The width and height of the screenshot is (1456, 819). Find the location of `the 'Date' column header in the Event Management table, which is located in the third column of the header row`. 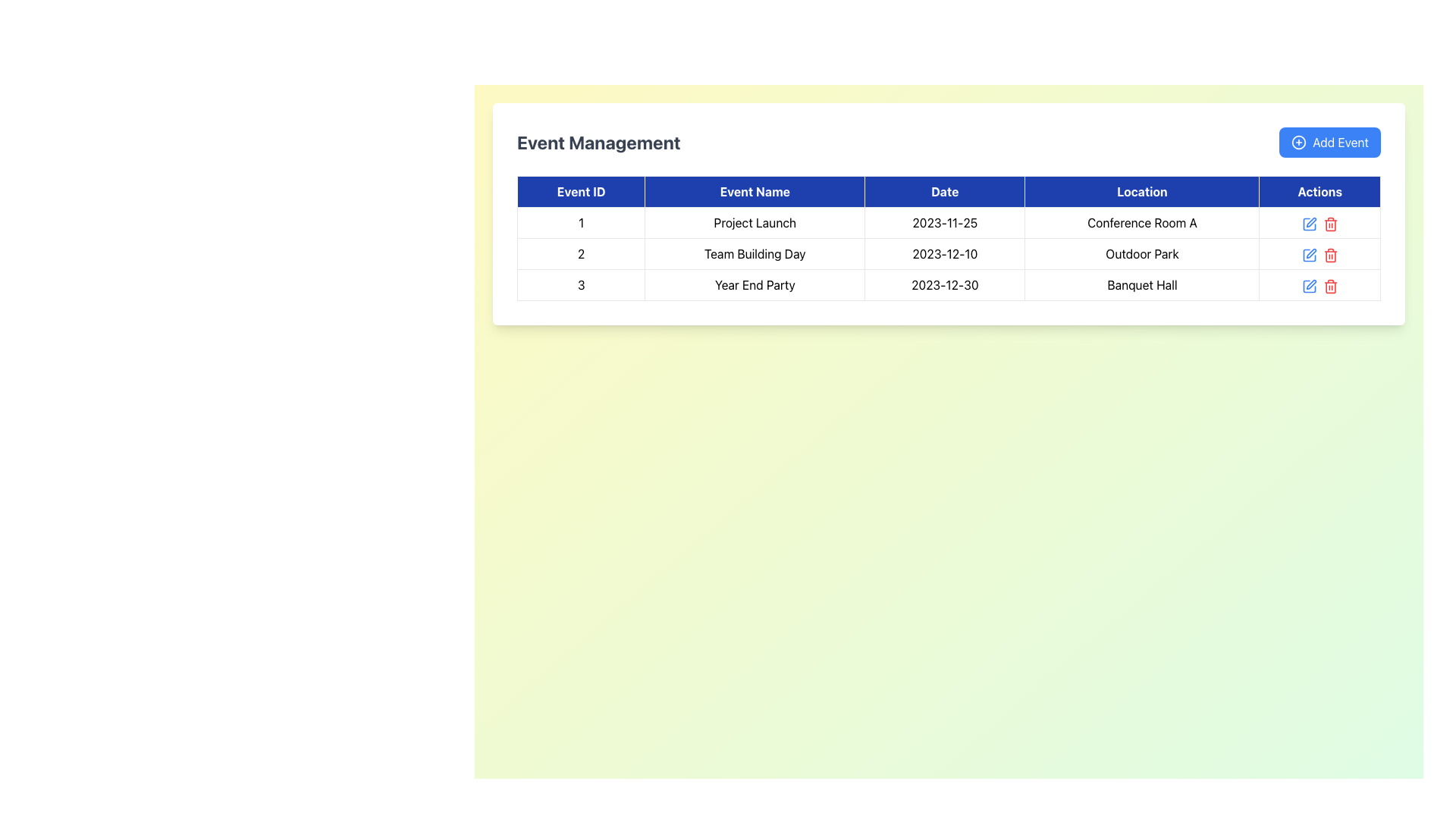

the 'Date' column header in the Event Management table, which is located in the third column of the header row is located at coordinates (944, 191).